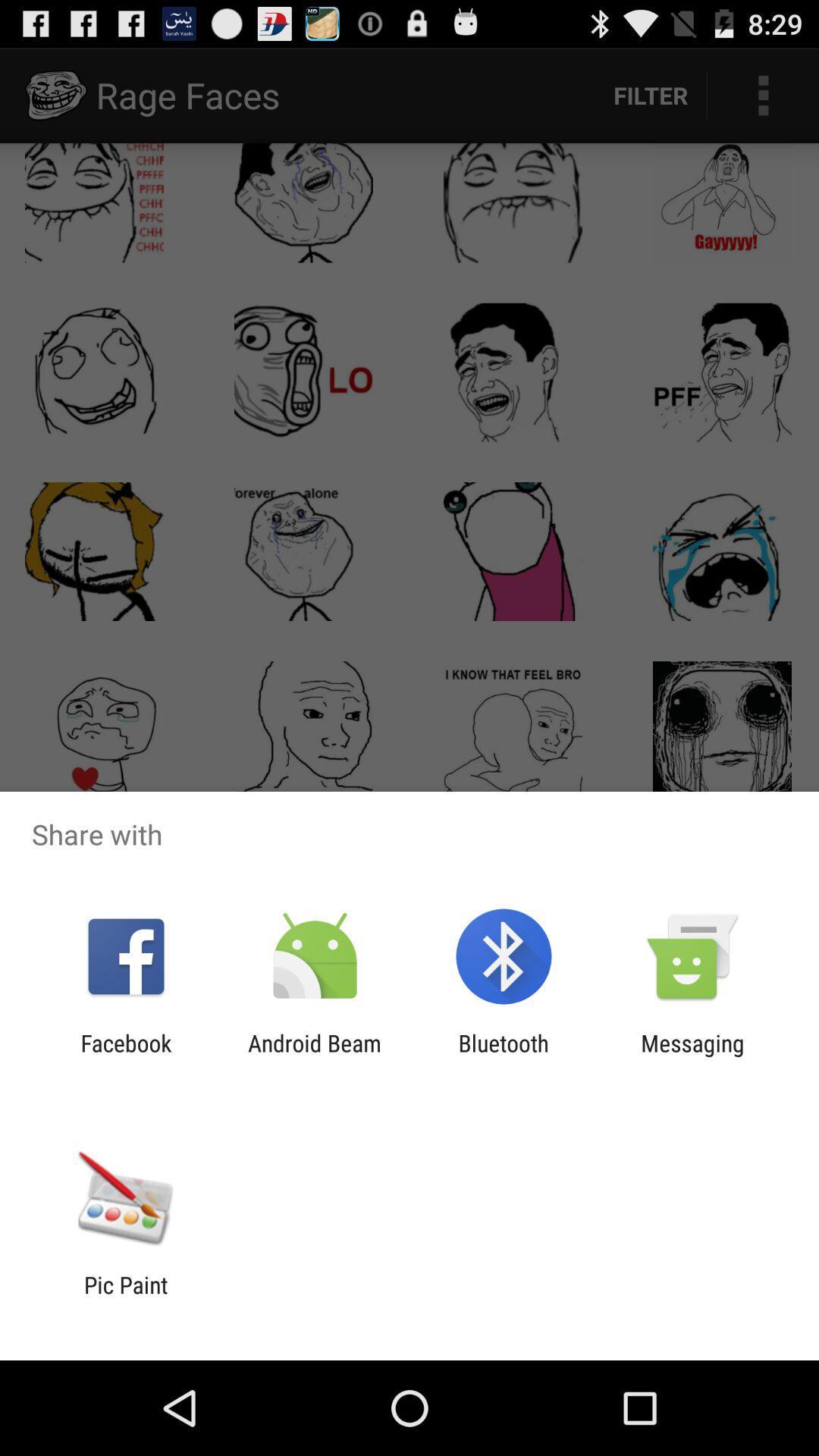 The width and height of the screenshot is (819, 1456). I want to click on icon to the right of the facebook item, so click(314, 1056).